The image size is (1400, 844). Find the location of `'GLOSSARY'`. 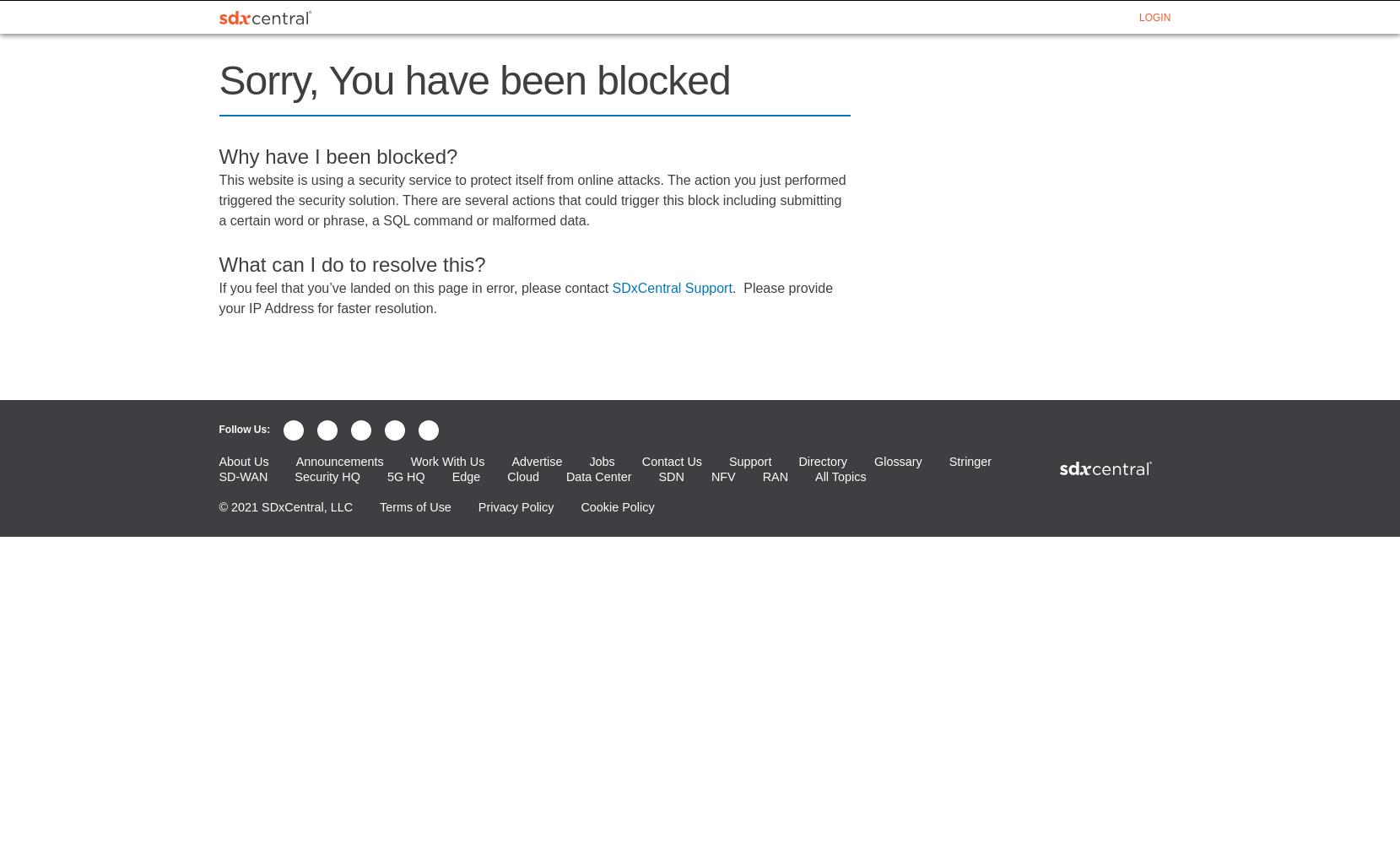

'GLOSSARY' is located at coordinates (1126, 18).